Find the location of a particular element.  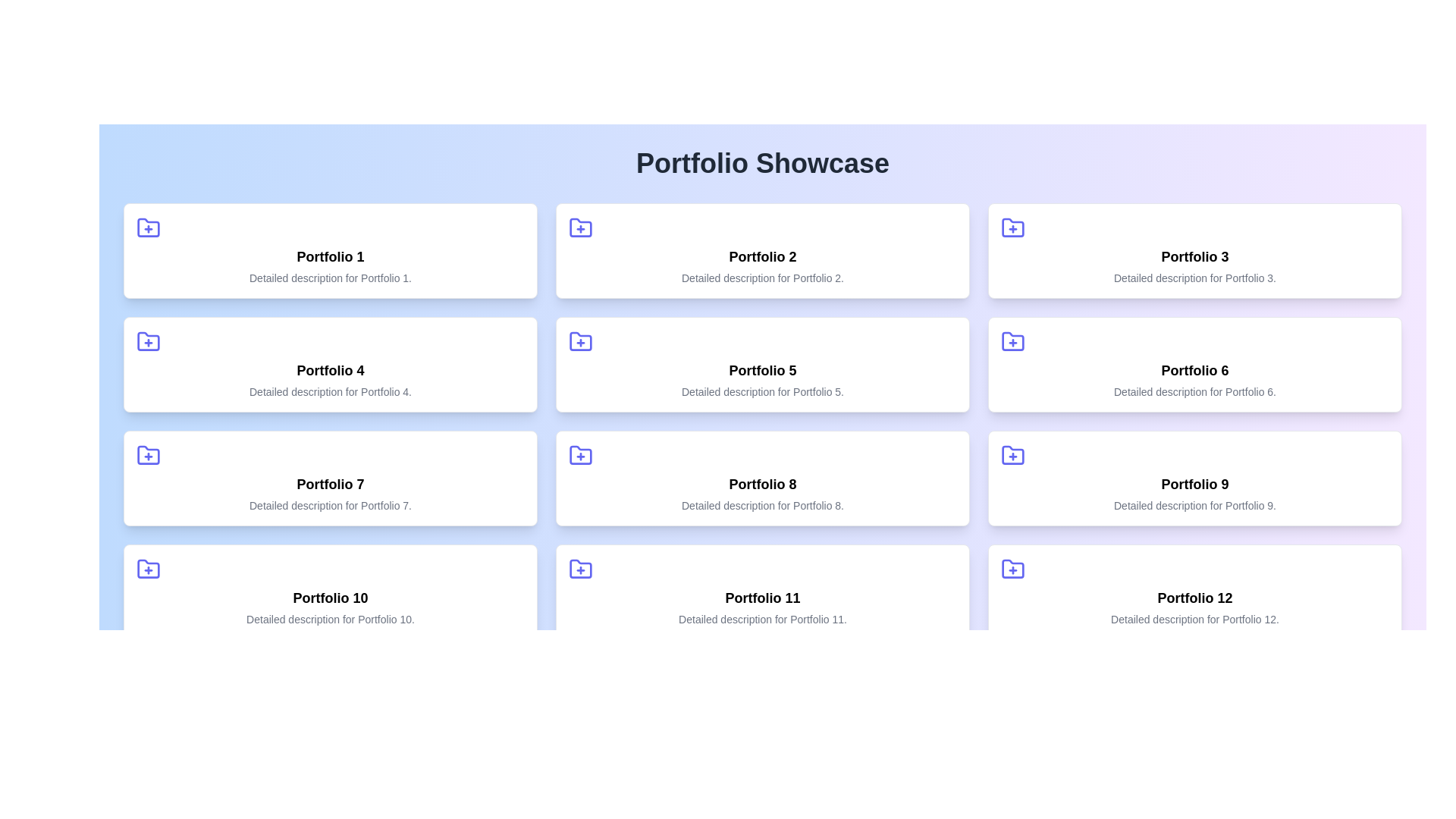

static text label providing additional information about 'Portfolio 1', located below the title in the first card of the grid layout is located at coordinates (330, 278).